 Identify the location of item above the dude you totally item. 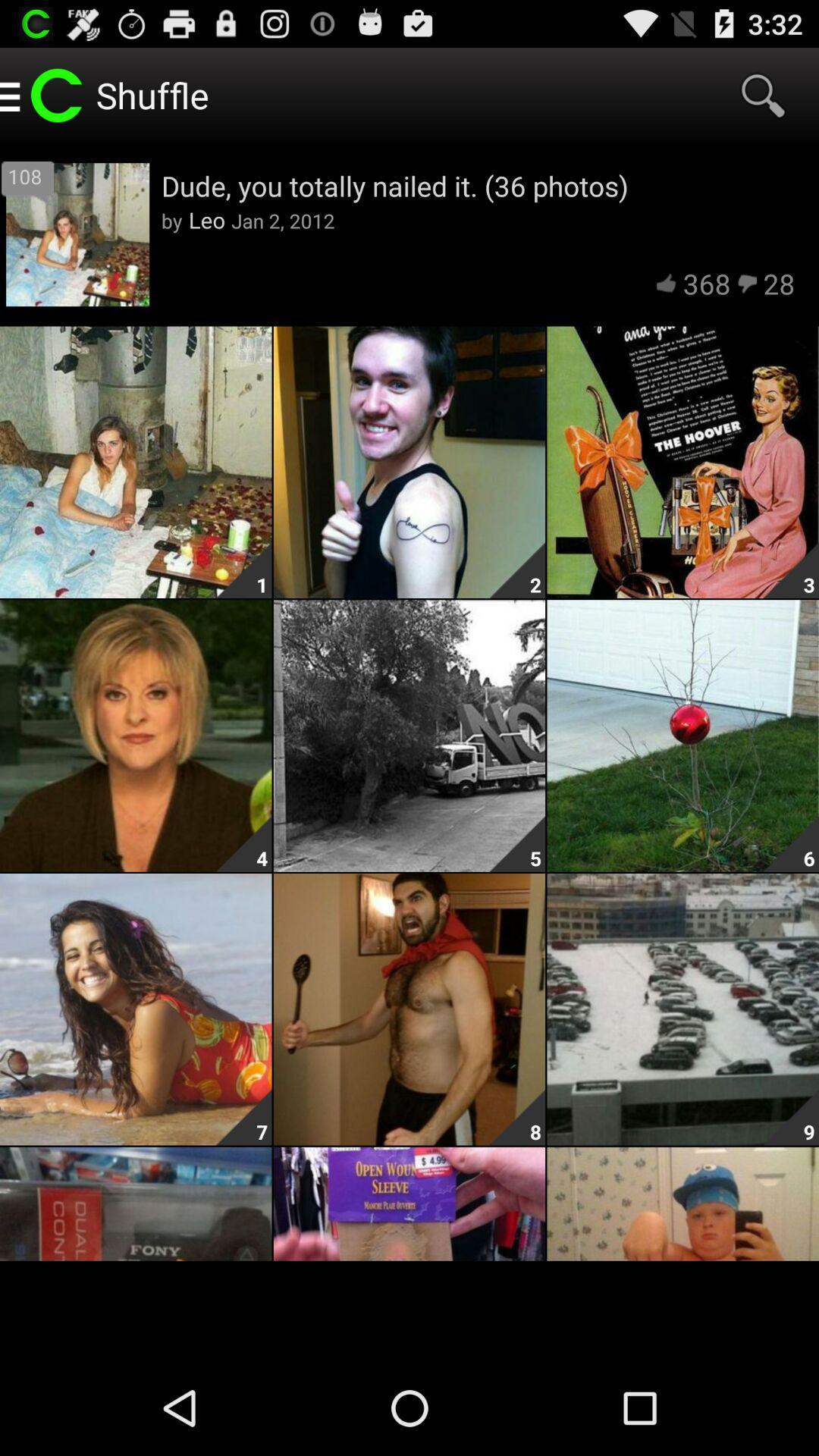
(763, 94).